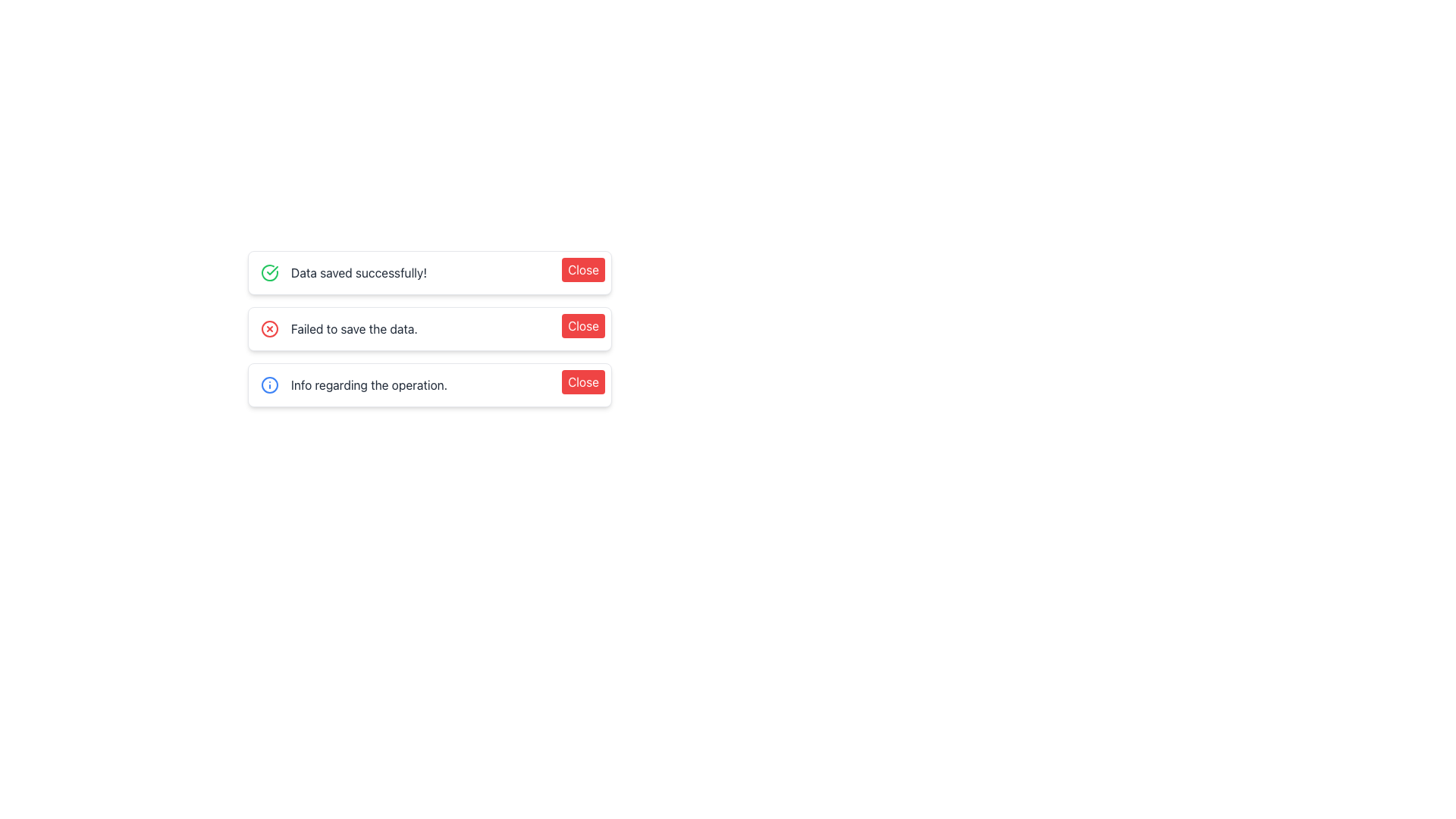 The image size is (1456, 819). Describe the element at coordinates (269, 384) in the screenshot. I see `the circular icon with a blue outline and a white background, located in the third notification card to the left of the message text 'Info regarding the operation.'` at that location.